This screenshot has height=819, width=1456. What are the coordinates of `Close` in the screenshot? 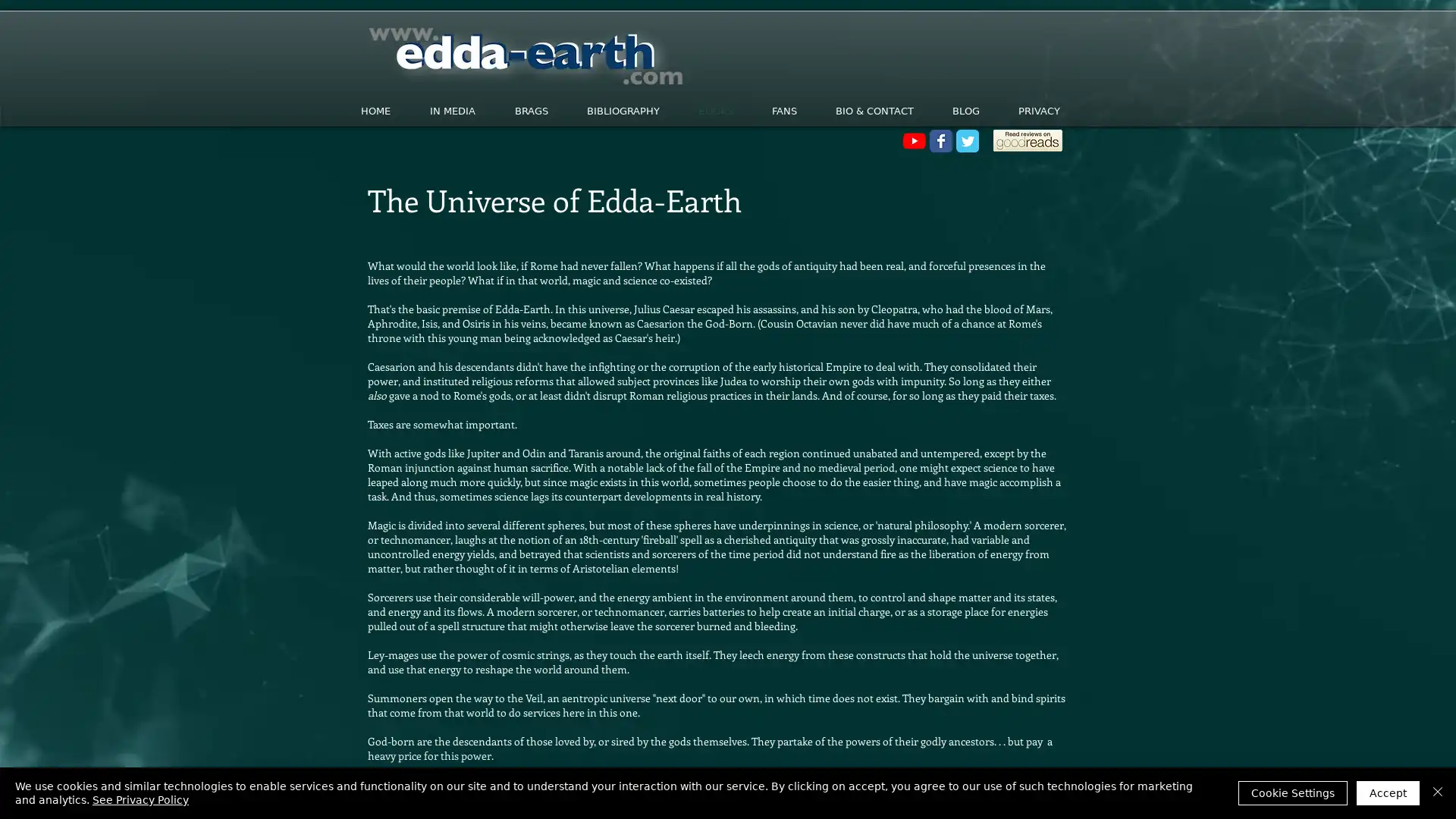 It's located at (1437, 792).